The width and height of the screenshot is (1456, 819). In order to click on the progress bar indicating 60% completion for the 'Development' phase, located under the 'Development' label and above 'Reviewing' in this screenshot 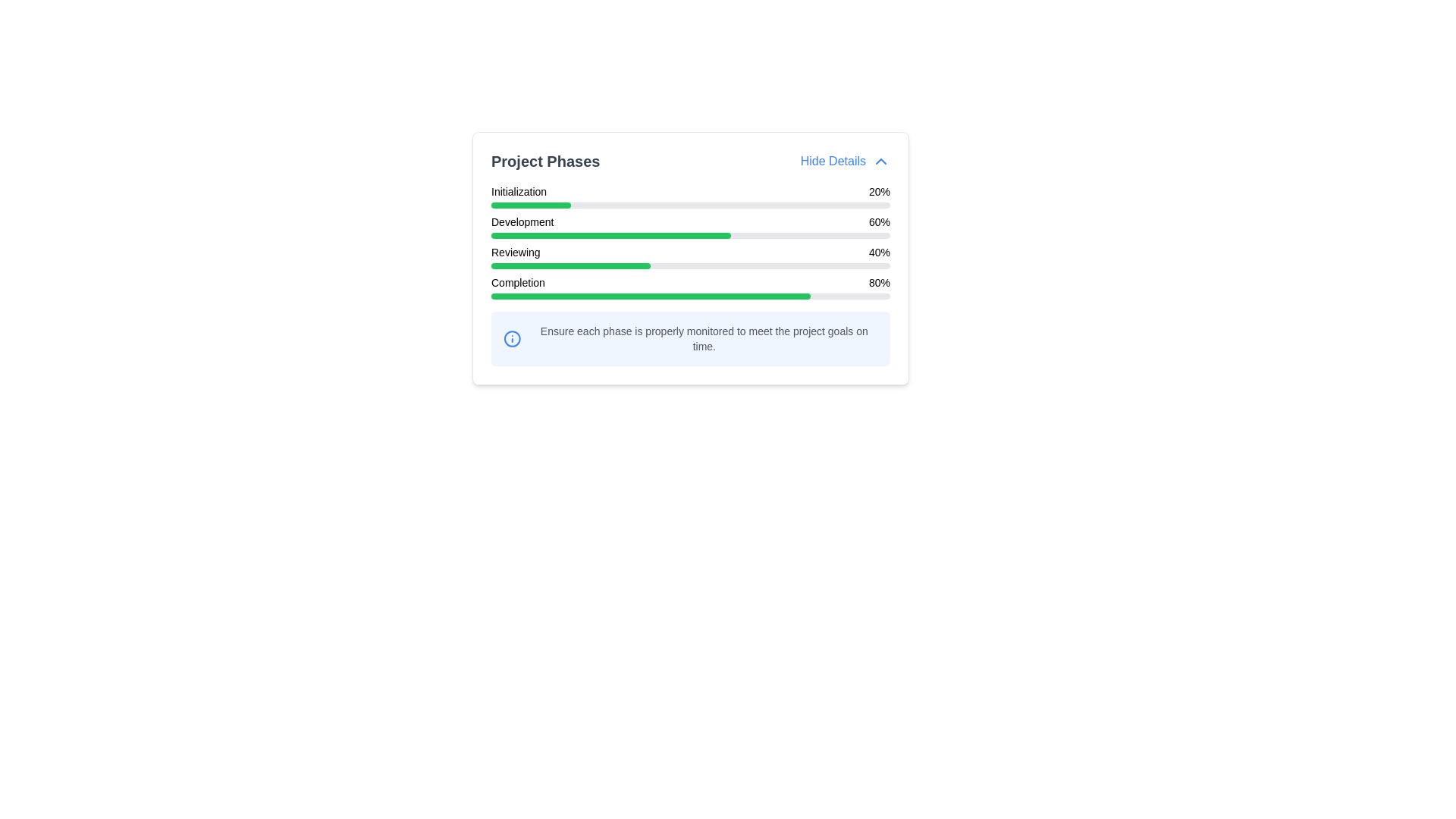, I will do `click(690, 236)`.